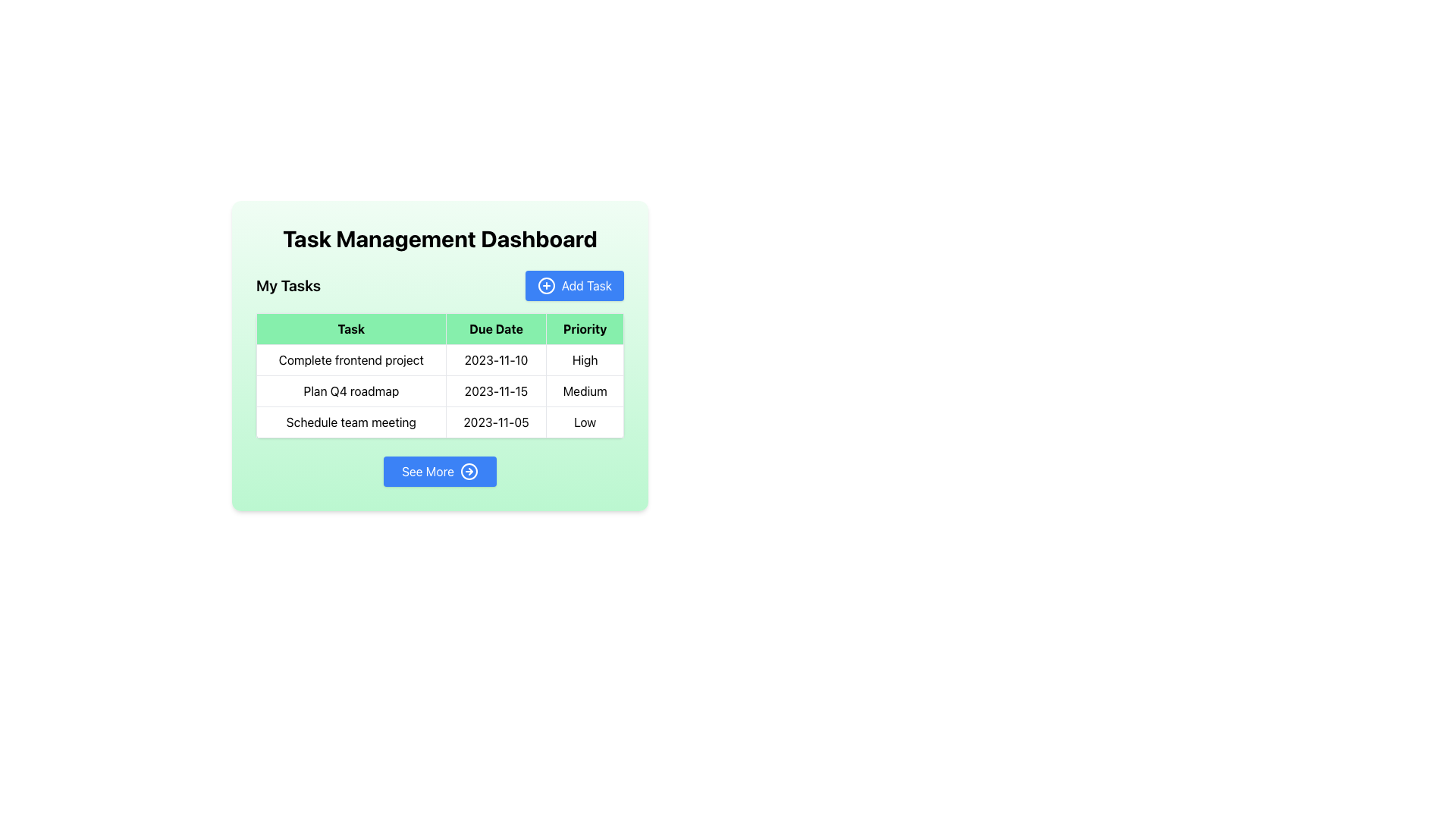 This screenshot has width=1456, height=819. Describe the element at coordinates (439, 375) in the screenshot. I see `the task management table located in the 'My Tasks' section to emphasize the rows` at that location.